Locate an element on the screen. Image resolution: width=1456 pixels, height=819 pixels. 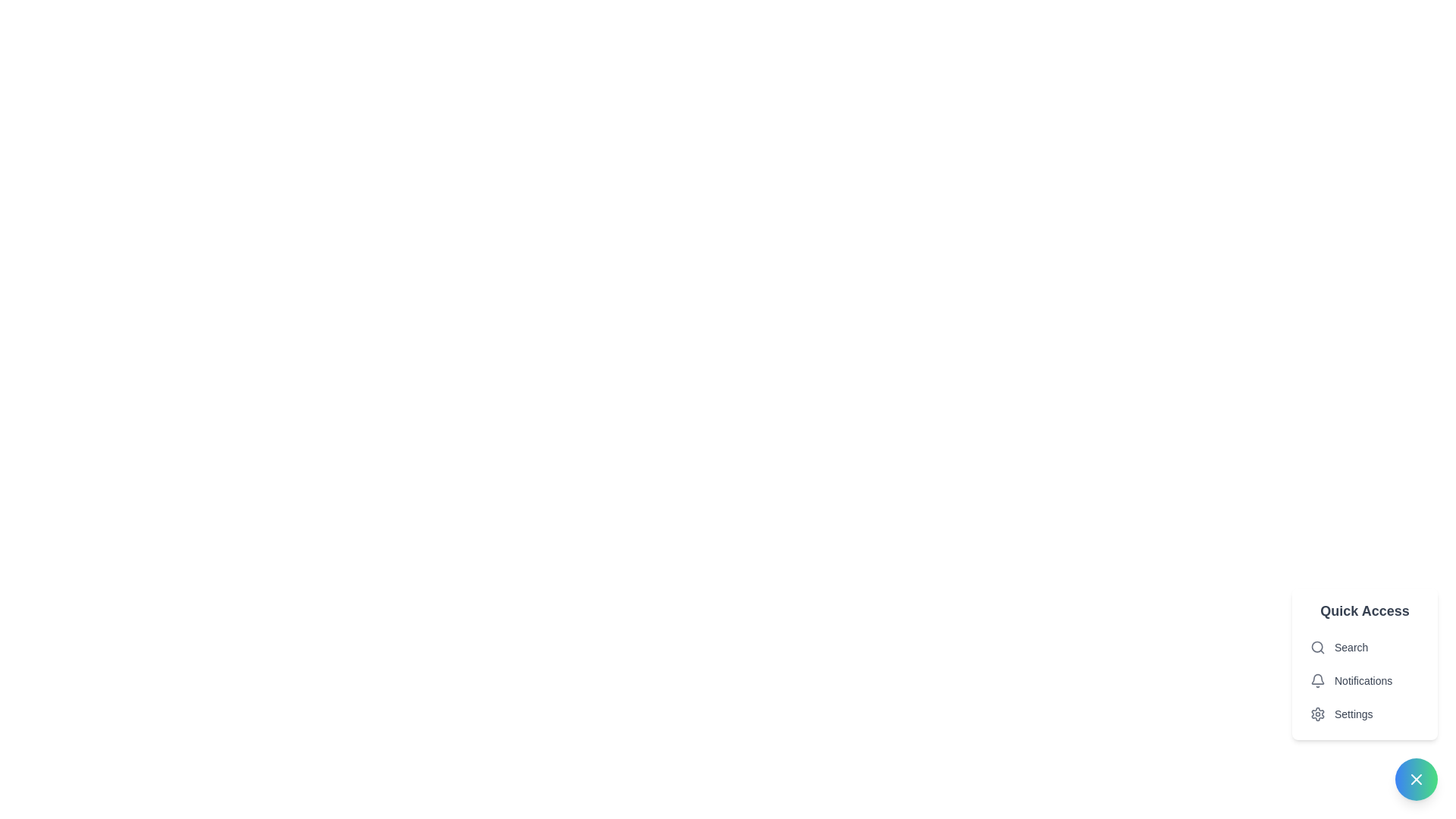
the static text label that describes the search functionality, located to the right of the magnifying glass icon in the 'Quick Access' menu is located at coordinates (1351, 647).